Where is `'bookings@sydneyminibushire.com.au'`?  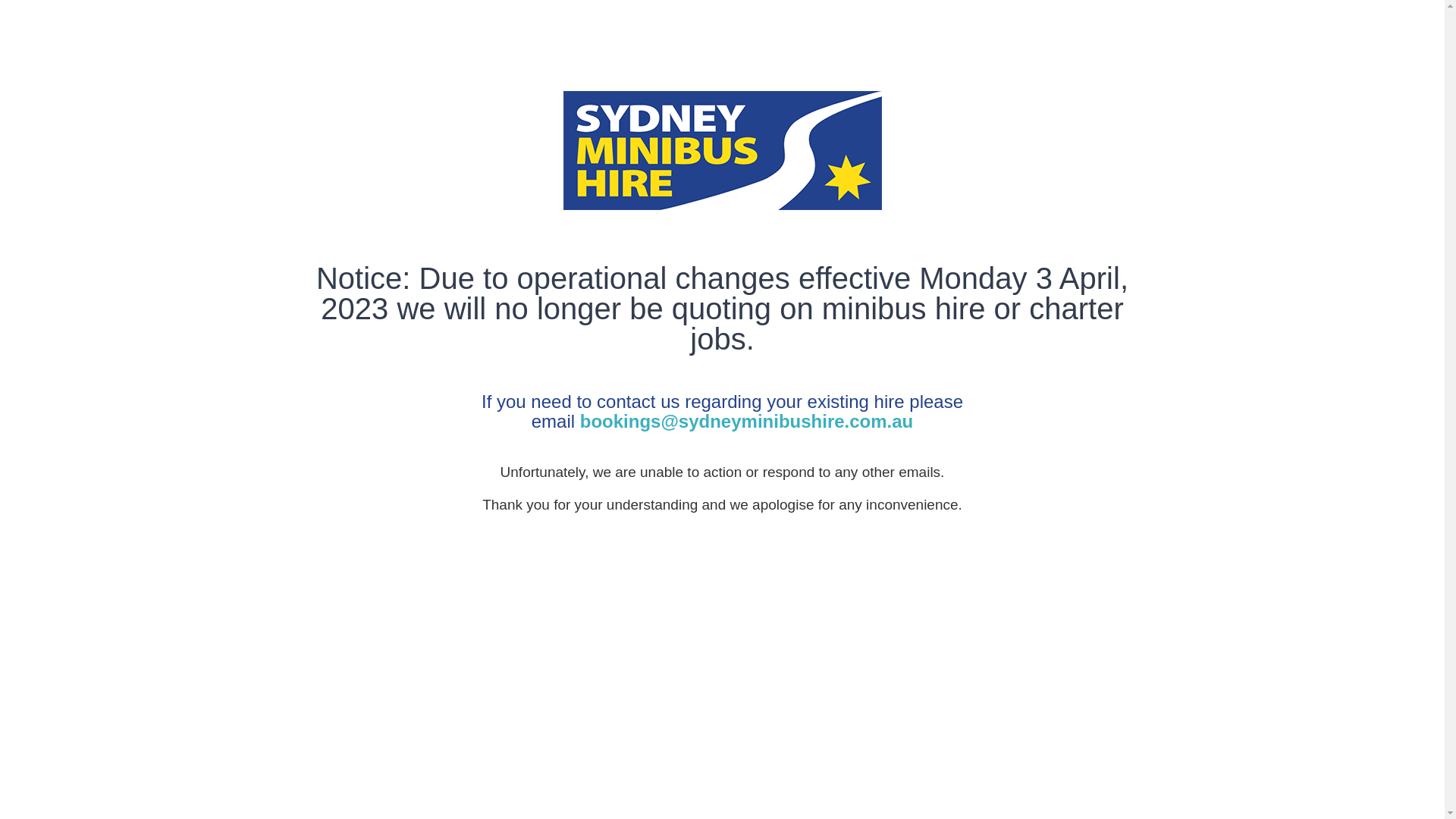 'bookings@sydneyminibushire.com.au' is located at coordinates (746, 421).